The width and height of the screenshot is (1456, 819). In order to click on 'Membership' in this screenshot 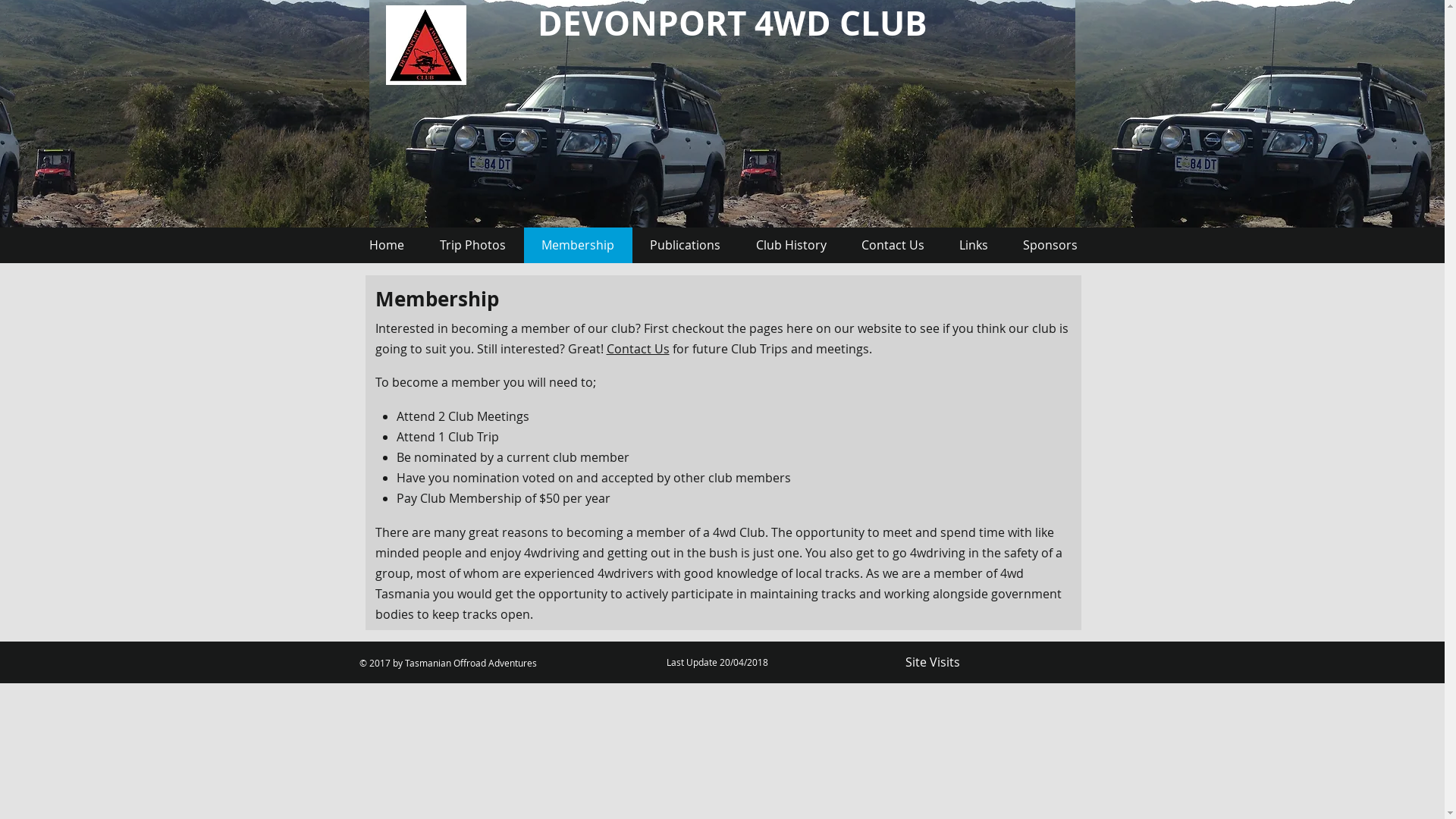, I will do `click(576, 244)`.